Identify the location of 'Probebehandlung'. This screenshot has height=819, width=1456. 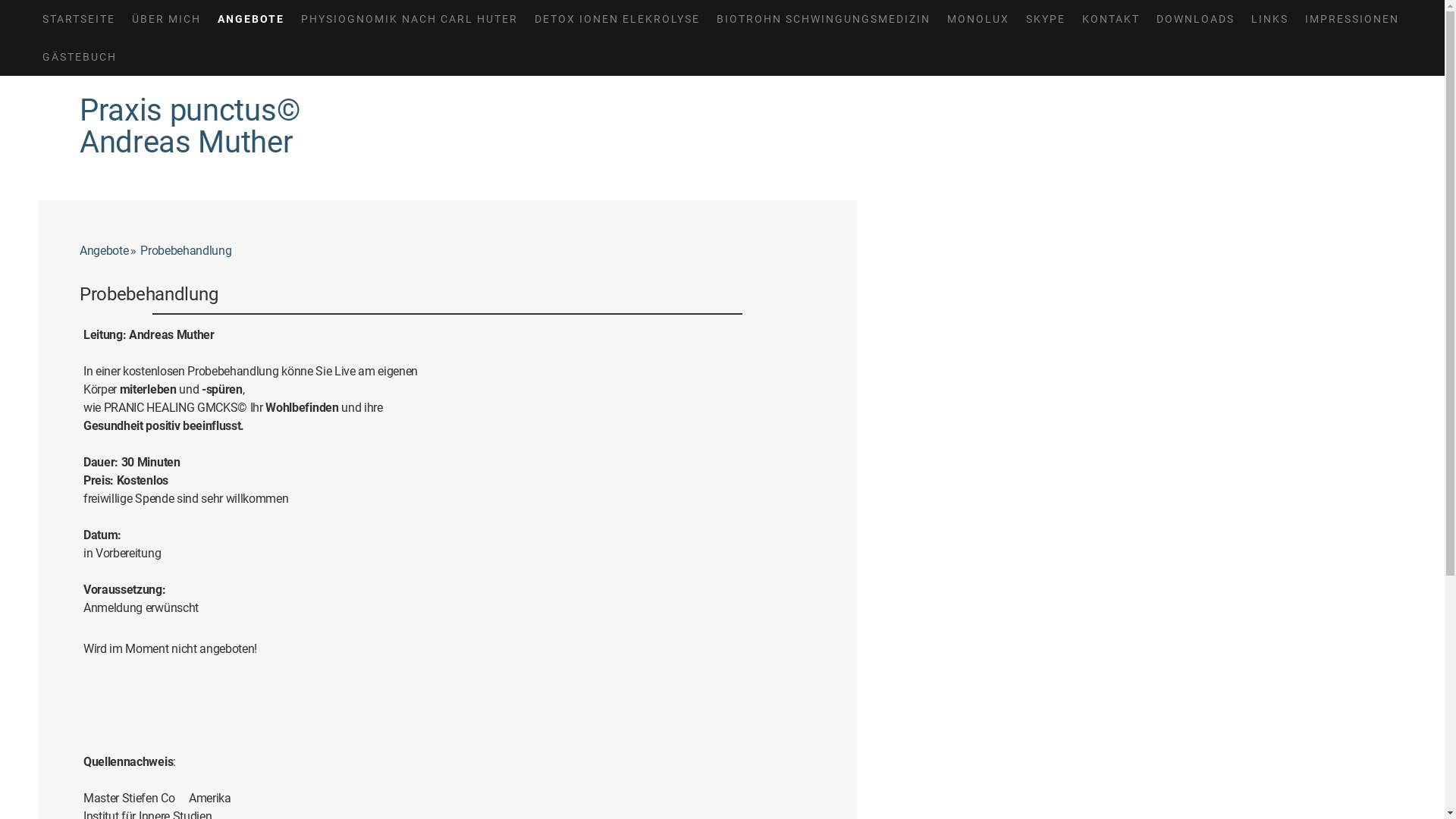
(188, 250).